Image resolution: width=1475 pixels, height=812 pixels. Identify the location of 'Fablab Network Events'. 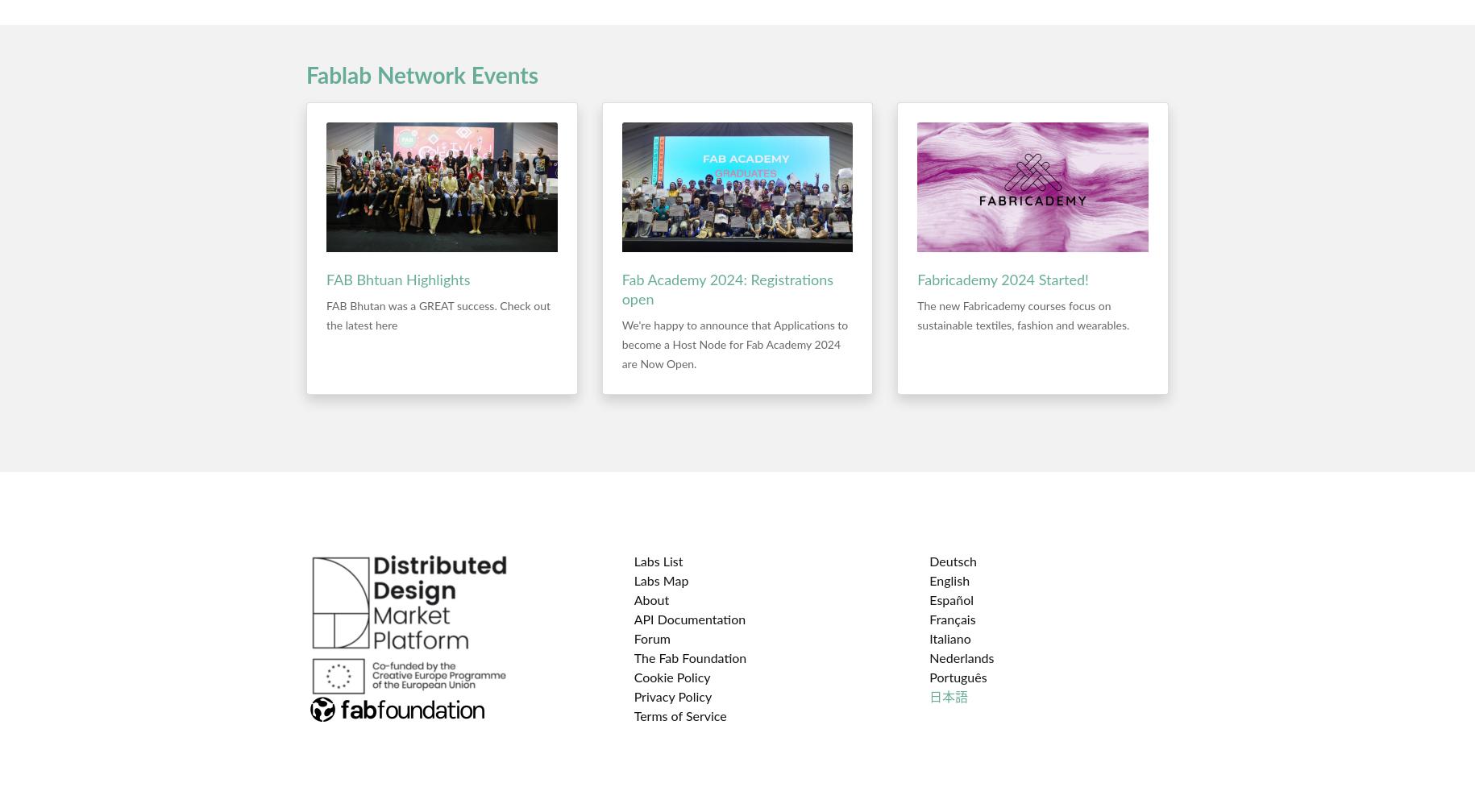
(422, 76).